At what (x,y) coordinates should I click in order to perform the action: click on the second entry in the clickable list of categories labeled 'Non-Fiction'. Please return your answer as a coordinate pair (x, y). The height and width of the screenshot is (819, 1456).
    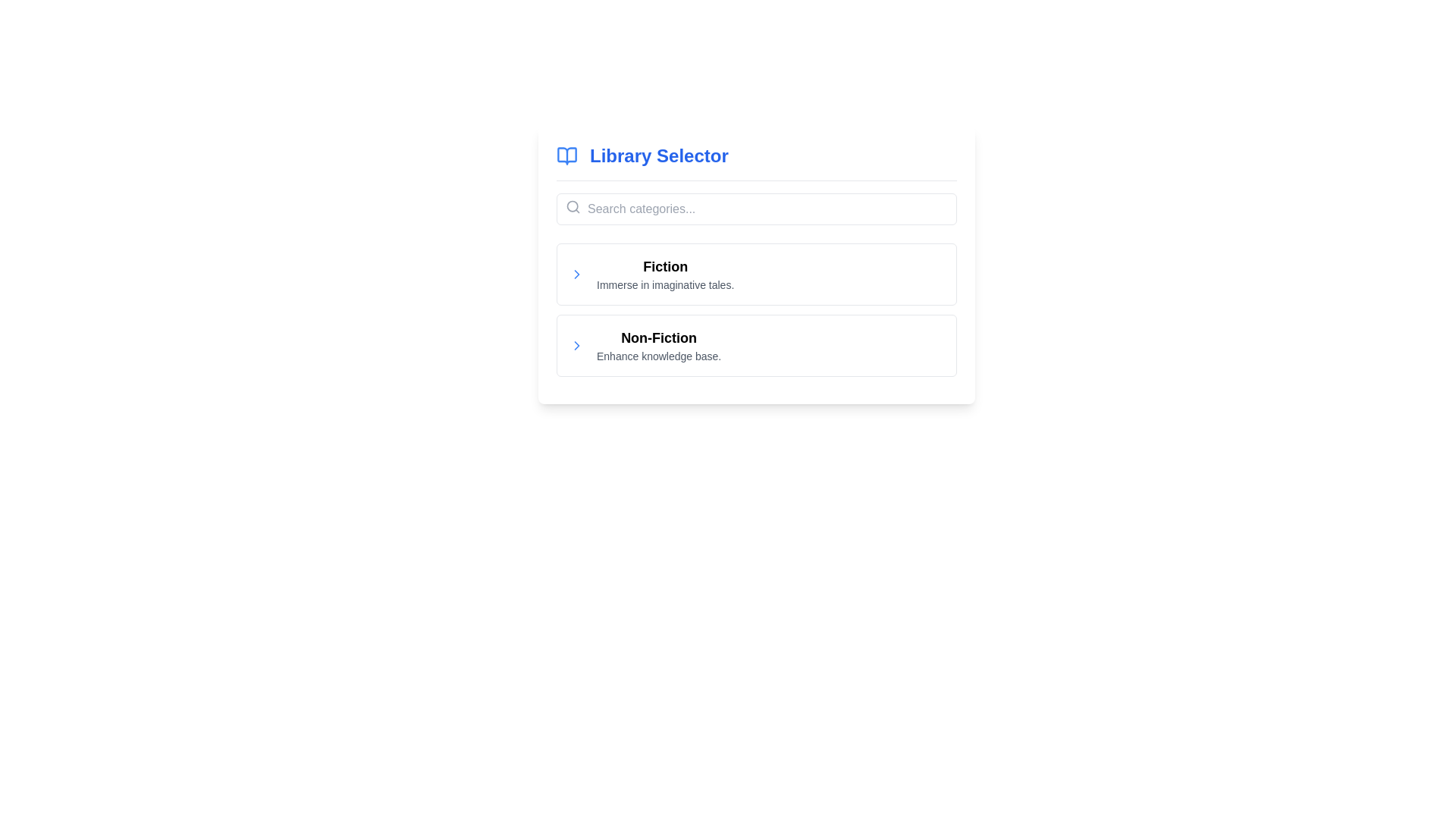
    Looking at the image, I should click on (757, 345).